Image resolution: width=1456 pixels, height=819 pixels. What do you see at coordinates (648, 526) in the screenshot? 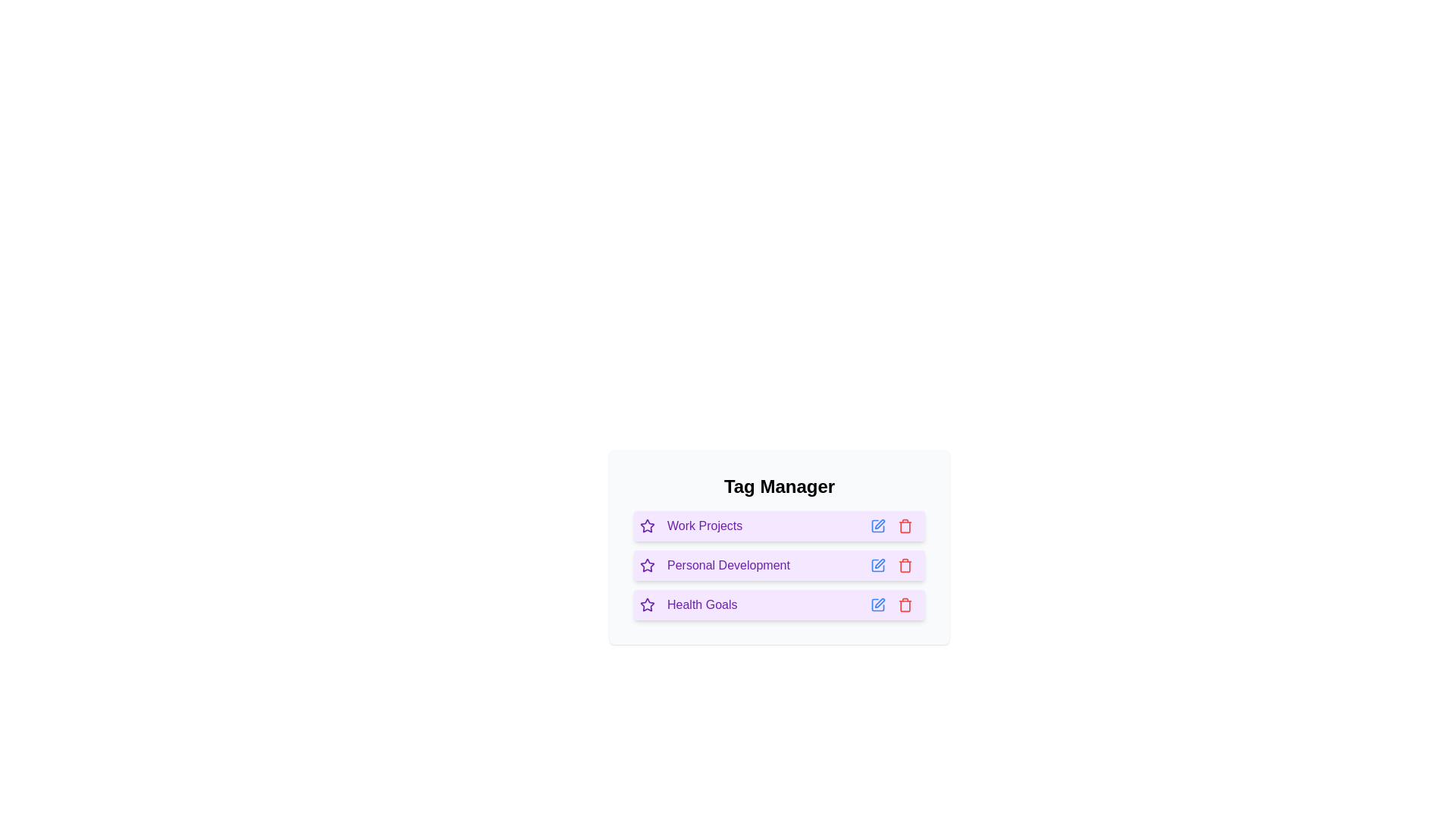
I see `the star icon next to the tag Work Projects` at bounding box center [648, 526].